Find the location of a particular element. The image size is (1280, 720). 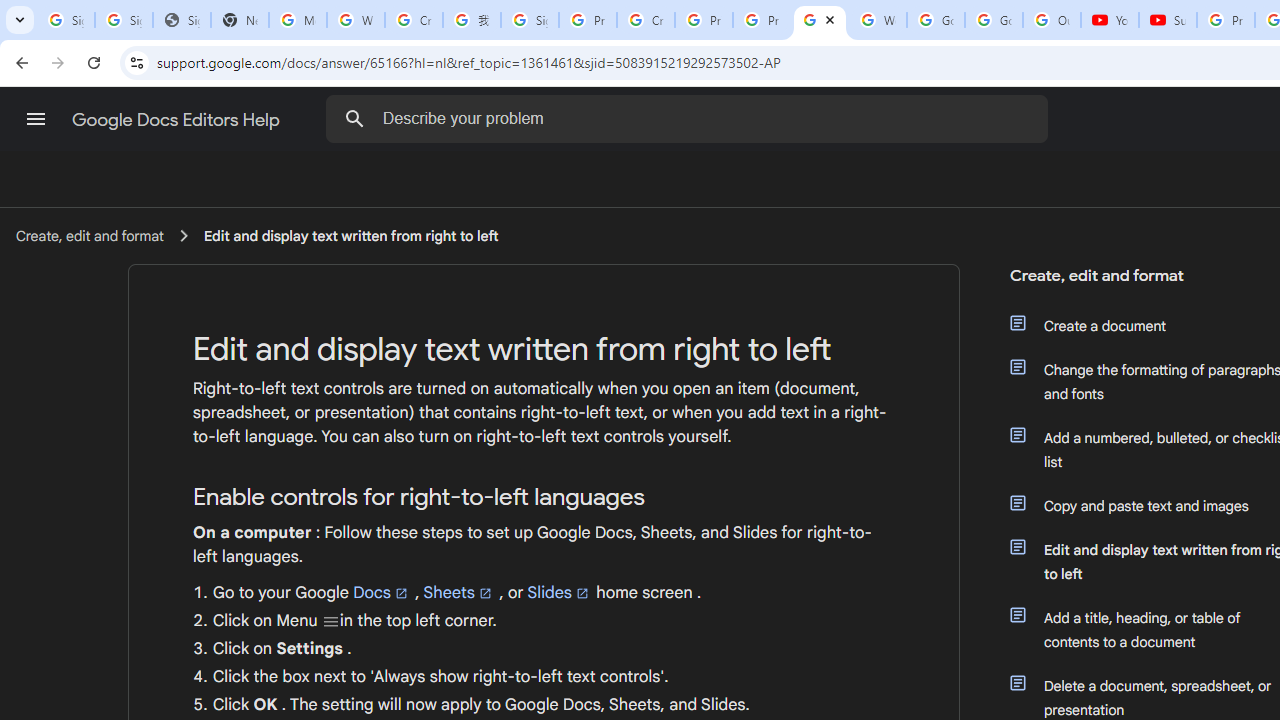

'Edit and view right-to-left text - Google Docs Editors Help' is located at coordinates (819, 20).